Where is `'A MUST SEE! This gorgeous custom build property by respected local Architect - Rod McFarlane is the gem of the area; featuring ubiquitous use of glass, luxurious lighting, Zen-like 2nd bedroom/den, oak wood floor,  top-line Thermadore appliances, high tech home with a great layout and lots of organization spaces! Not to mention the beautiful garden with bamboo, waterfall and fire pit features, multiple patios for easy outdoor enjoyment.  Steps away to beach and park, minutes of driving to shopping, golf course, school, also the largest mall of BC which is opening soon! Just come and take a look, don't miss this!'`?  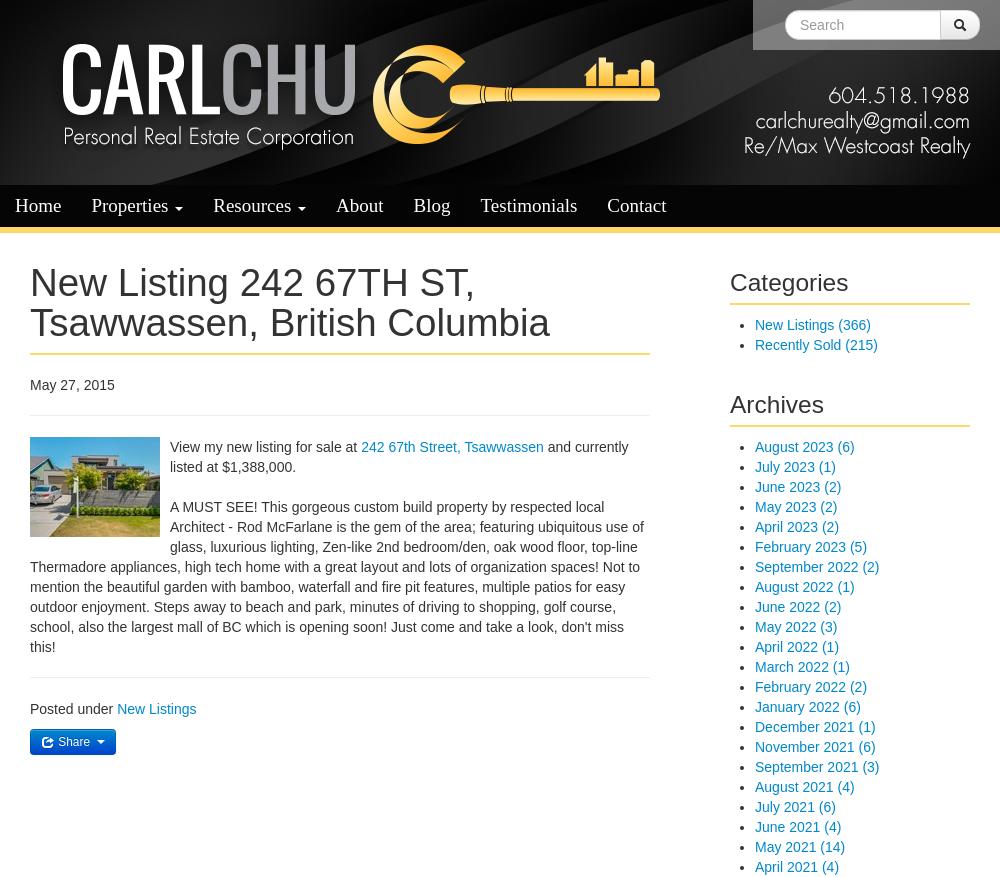 'A MUST SEE! This gorgeous custom build property by respected local Architect - Rod McFarlane is the gem of the area; featuring ubiquitous use of glass, luxurious lighting, Zen-like 2nd bedroom/den, oak wood floor,  top-line Thermadore appliances, high tech home with a great layout and lots of organization spaces! Not to mention the beautiful garden with bamboo, waterfall and fire pit features, multiple patios for easy outdoor enjoyment.  Steps away to beach and park, minutes of driving to shopping, golf course, school, also the largest mall of BC which is opening soon! Just come and take a look, don't miss this!' is located at coordinates (335, 576).